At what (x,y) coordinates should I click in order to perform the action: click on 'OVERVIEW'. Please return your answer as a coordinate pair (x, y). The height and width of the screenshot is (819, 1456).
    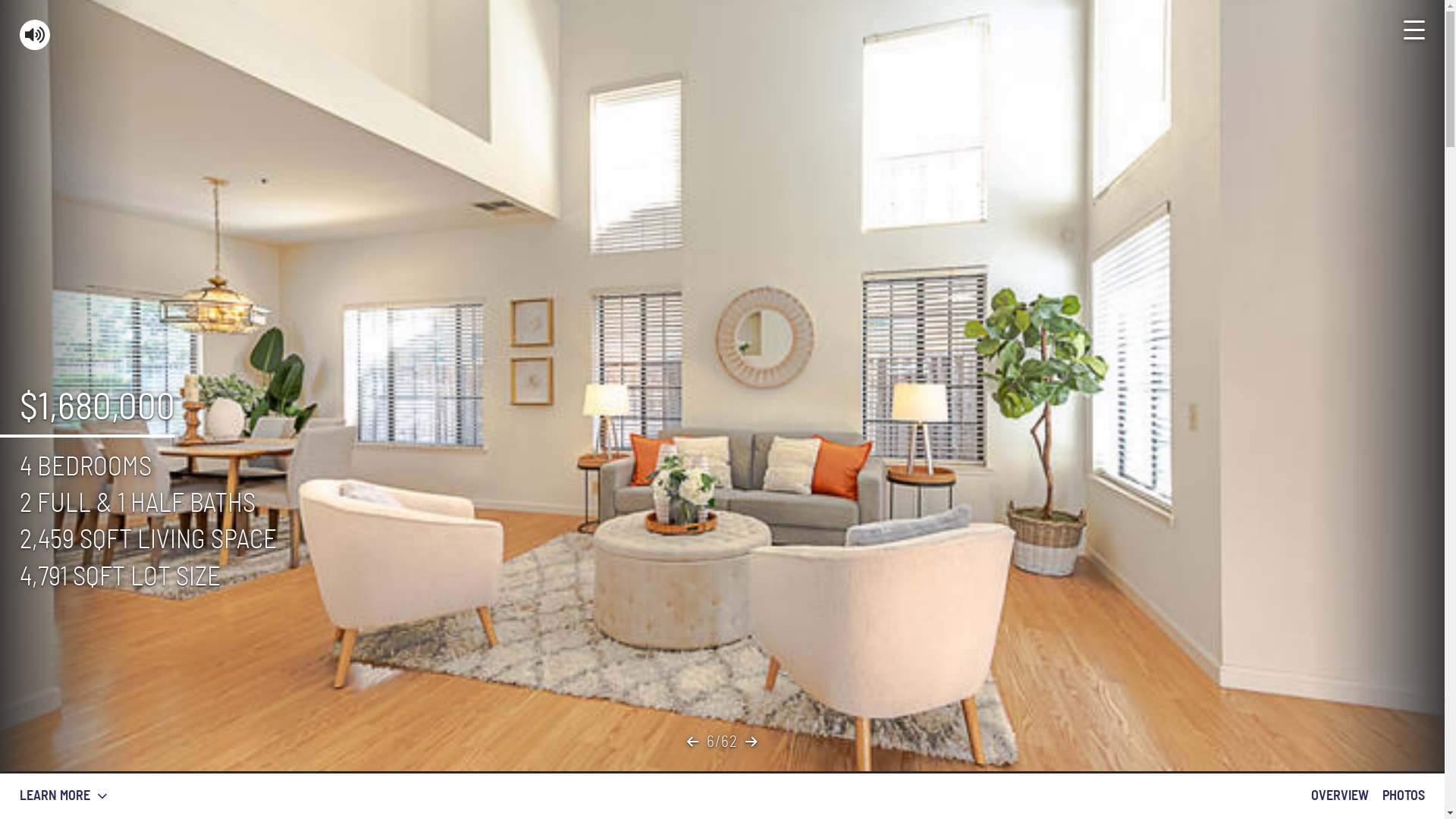
    Looking at the image, I should click on (1339, 795).